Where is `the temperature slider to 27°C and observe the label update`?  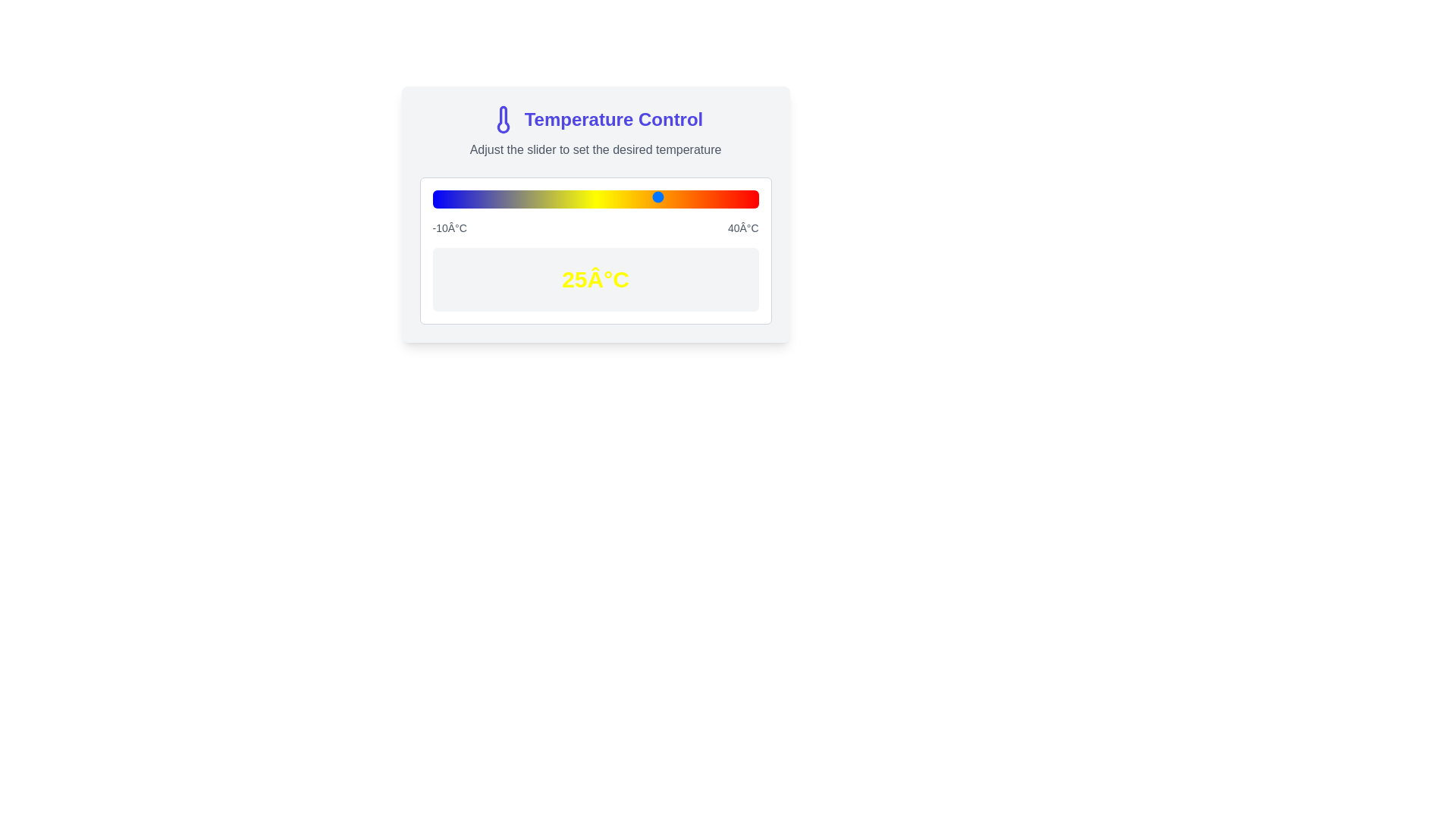 the temperature slider to 27°C and observe the label update is located at coordinates (673, 196).